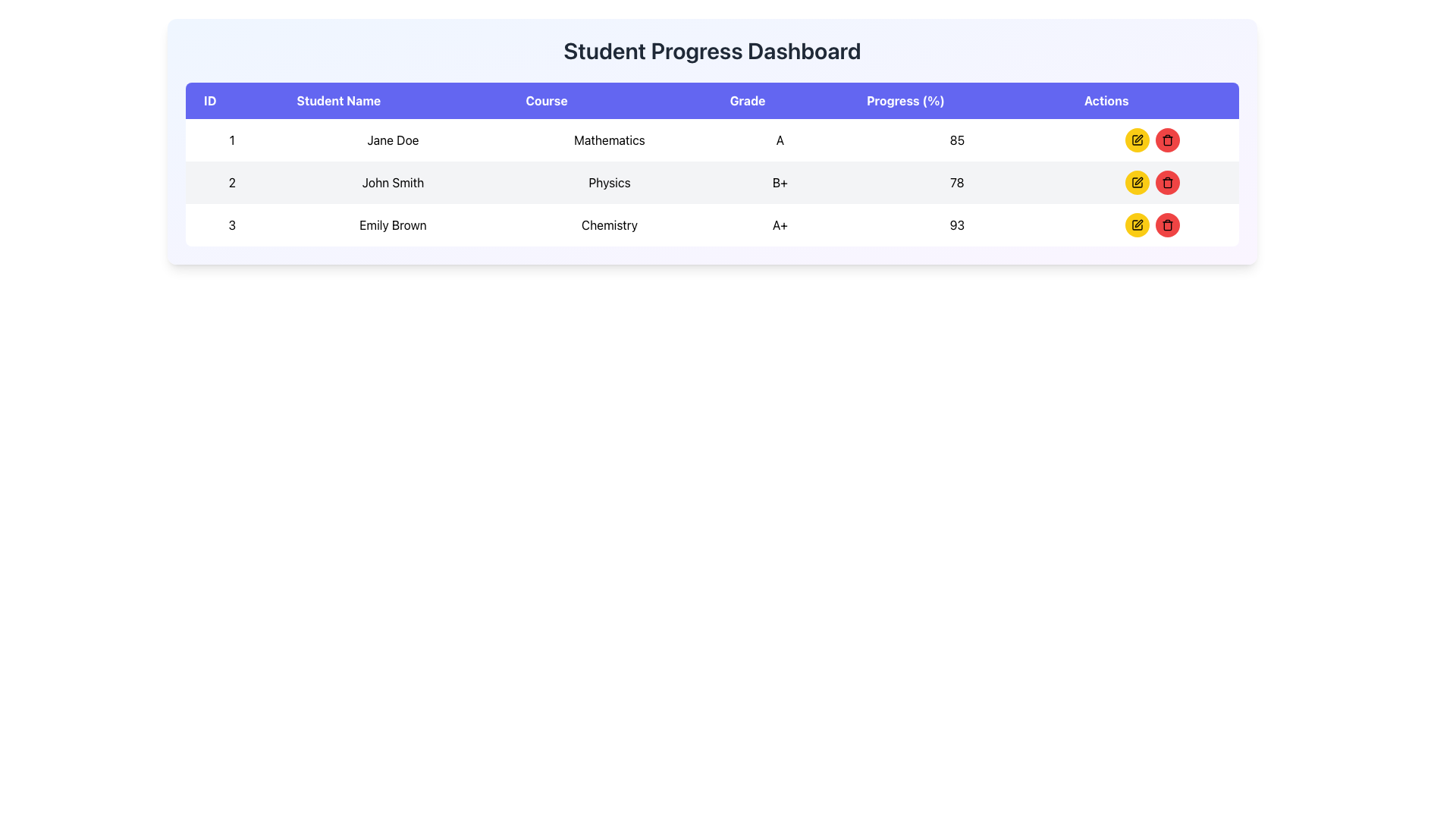 The image size is (1456, 819). Describe the element at coordinates (1166, 141) in the screenshot. I see `the trash bin icon with a red circular background in the Actions column of the table for John Smith` at that location.